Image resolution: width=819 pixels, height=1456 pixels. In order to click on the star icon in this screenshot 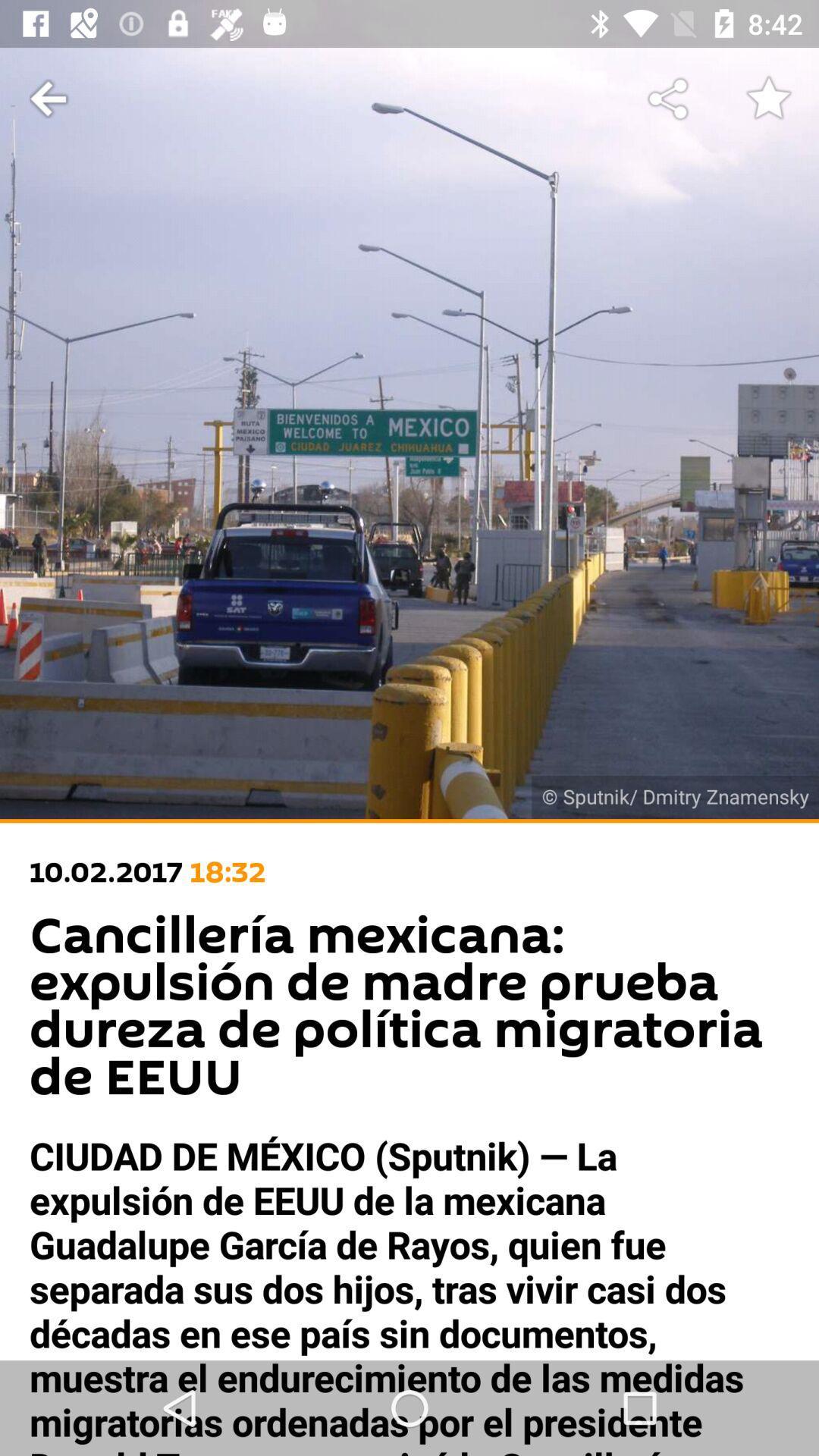, I will do `click(769, 99)`.